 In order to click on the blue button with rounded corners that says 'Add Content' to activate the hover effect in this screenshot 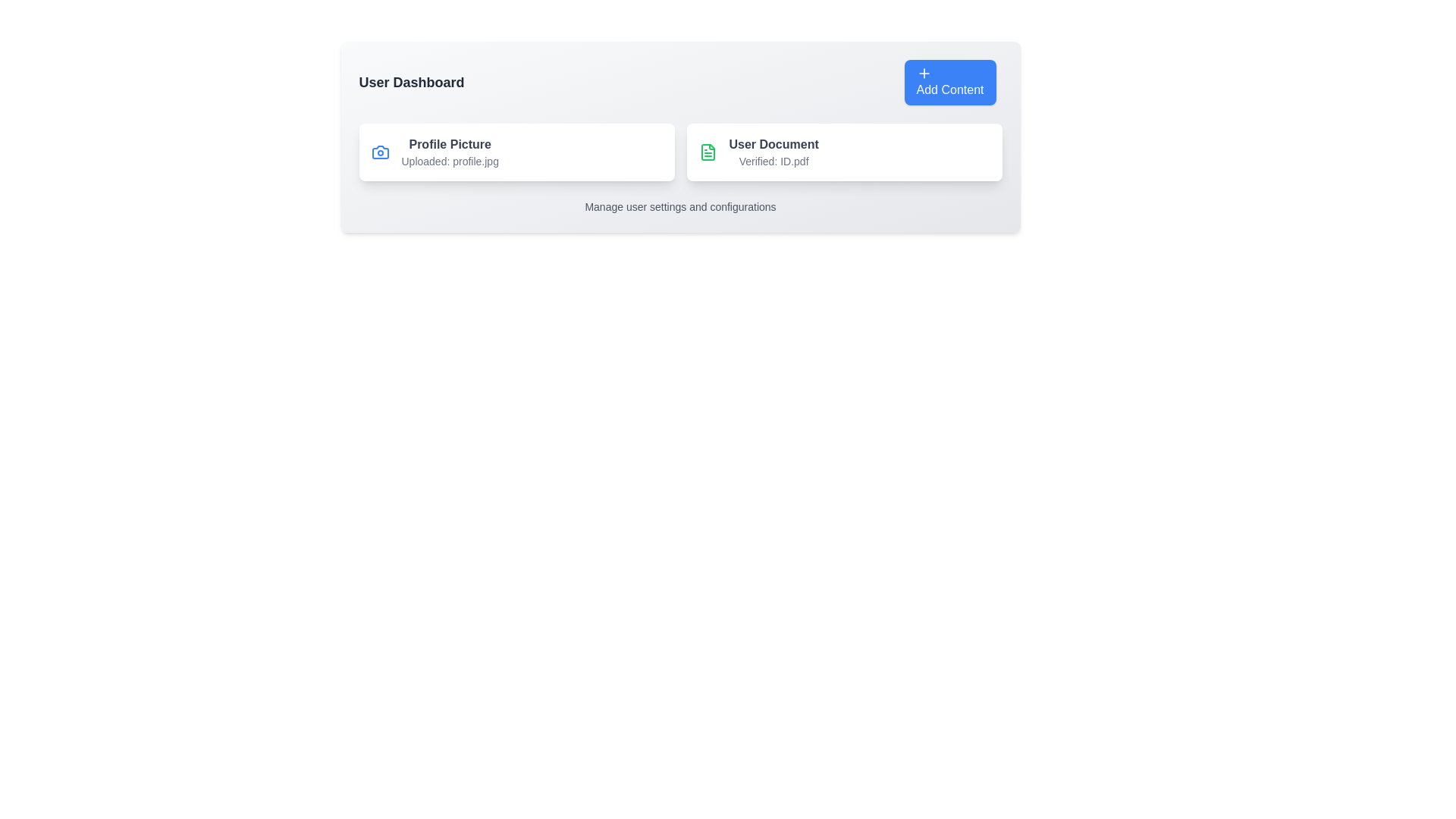, I will do `click(949, 82)`.